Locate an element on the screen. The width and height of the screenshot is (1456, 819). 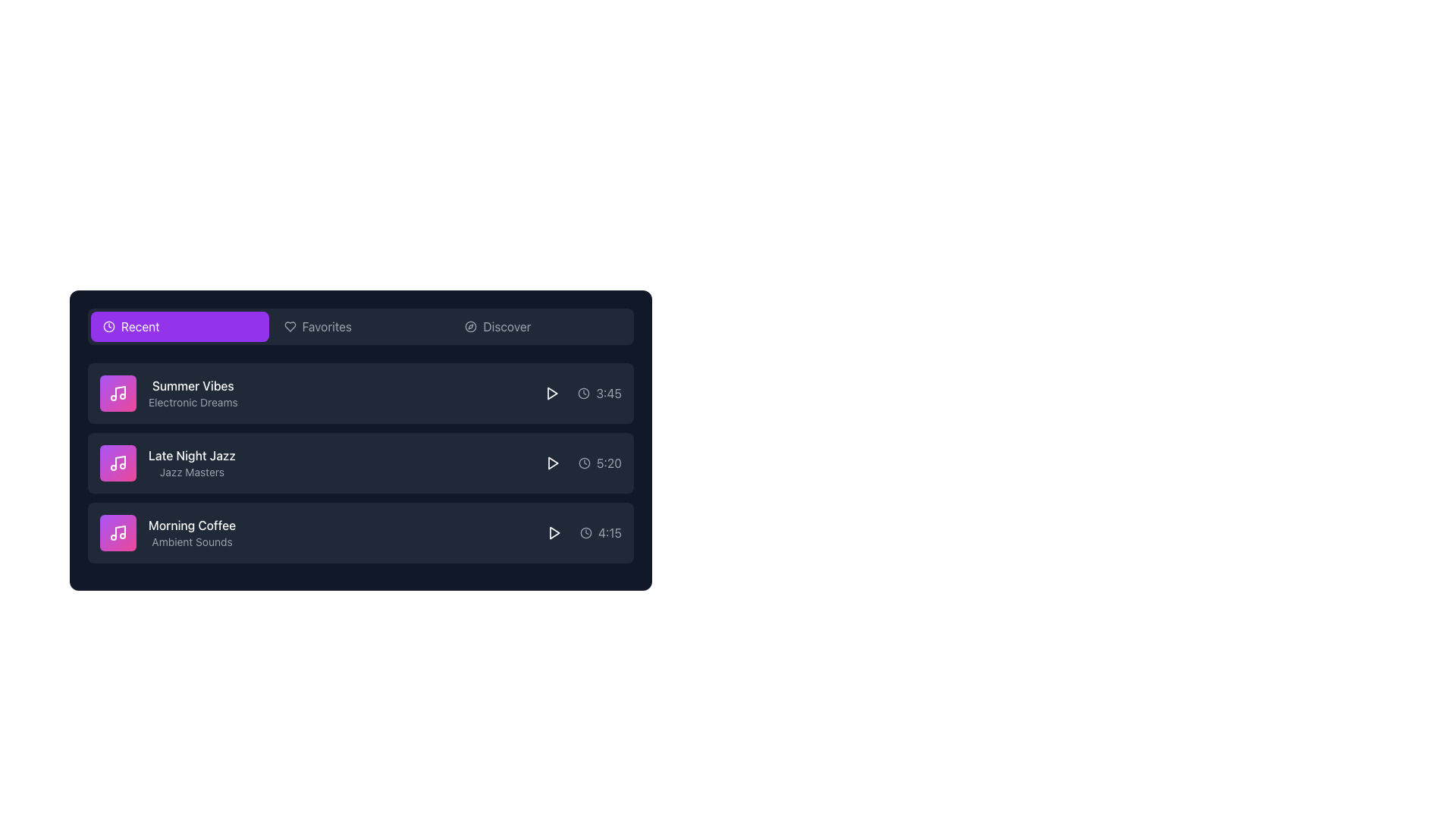
text content of the label displaying 'Electronic Dreams', which is a gray subtitle located beneath 'Summer Vibes' is located at coordinates (192, 402).